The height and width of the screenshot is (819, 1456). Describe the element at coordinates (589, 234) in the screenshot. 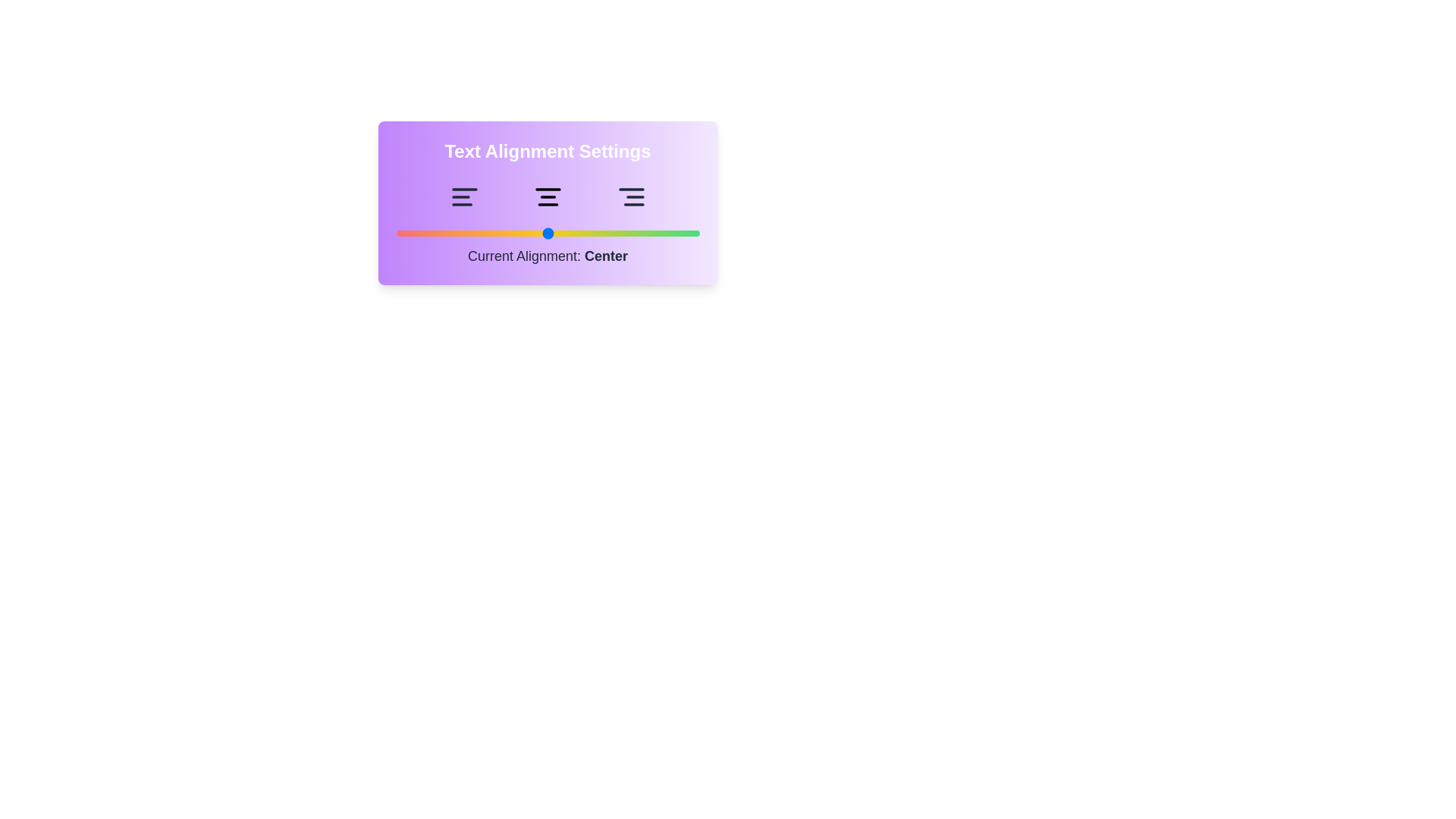

I see `the alignment slider to 64 and observe the text indicator update` at that location.